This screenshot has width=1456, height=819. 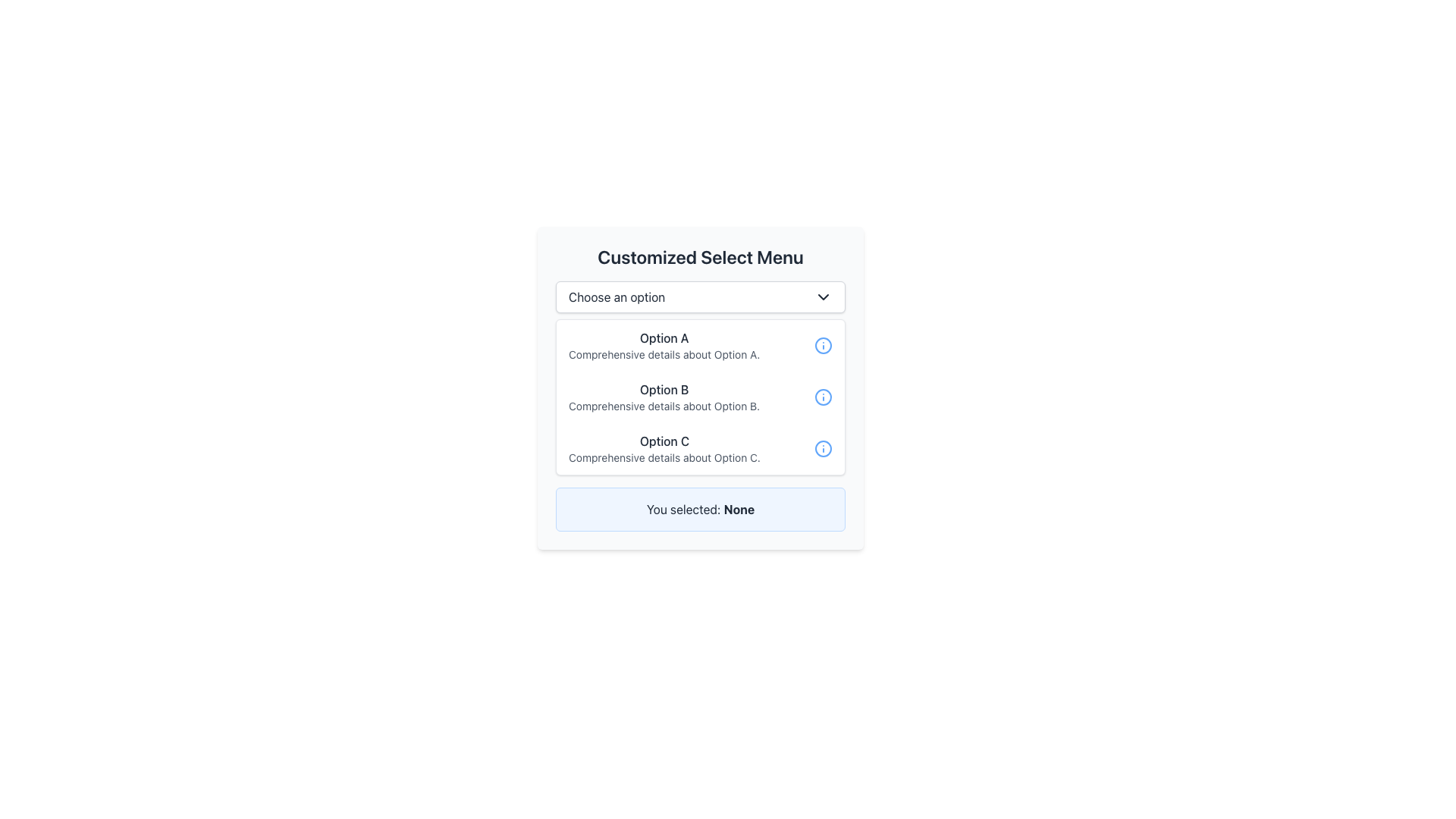 What do you see at coordinates (664, 337) in the screenshot?
I see `the title of the first selectable option in the dropdown menu` at bounding box center [664, 337].